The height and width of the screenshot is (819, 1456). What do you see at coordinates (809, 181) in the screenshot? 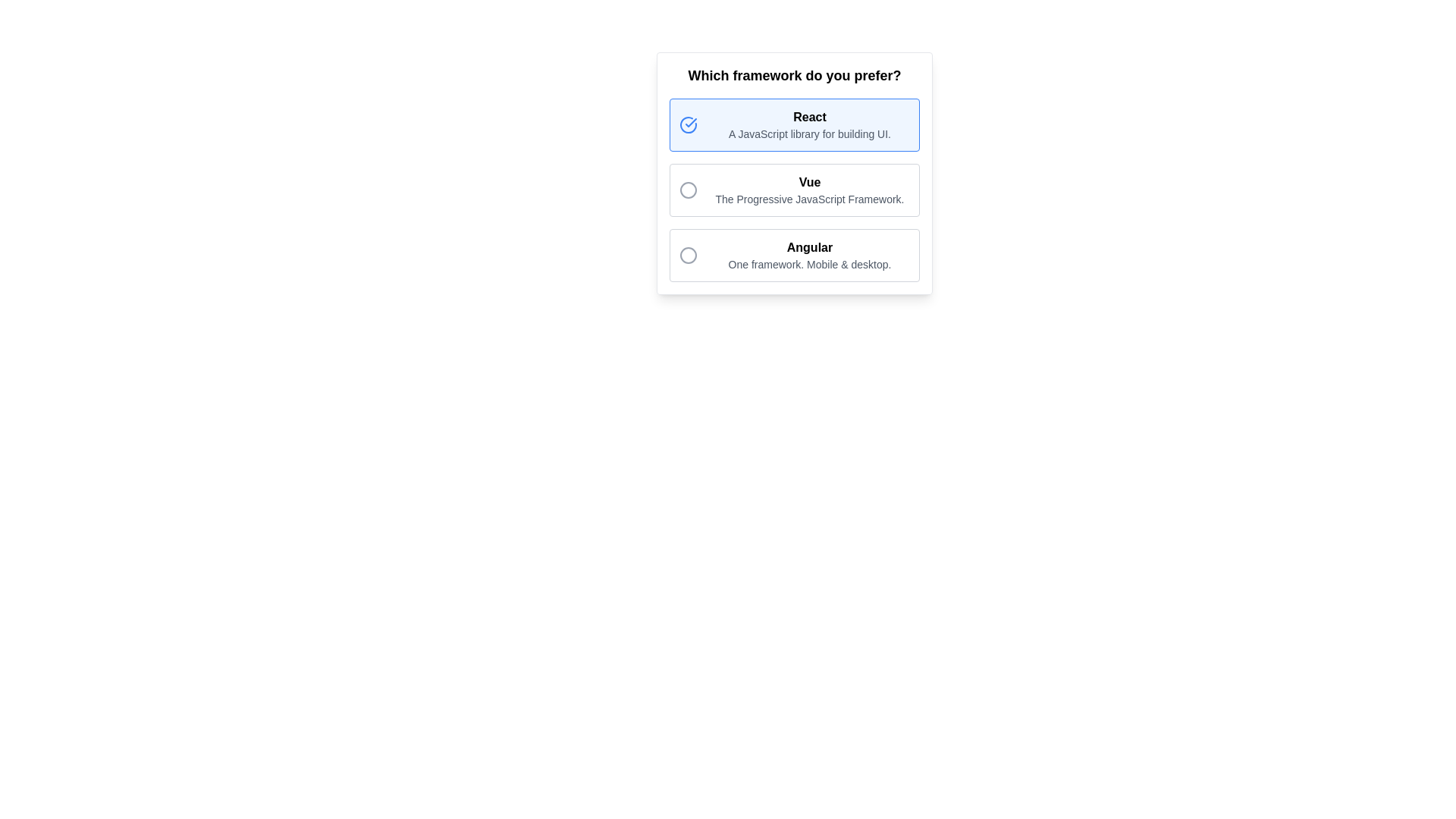
I see `the bold text label 'Vue' that serves as the title for the 'Vue' choice, positioned between 'React' and 'Angular'` at bounding box center [809, 181].